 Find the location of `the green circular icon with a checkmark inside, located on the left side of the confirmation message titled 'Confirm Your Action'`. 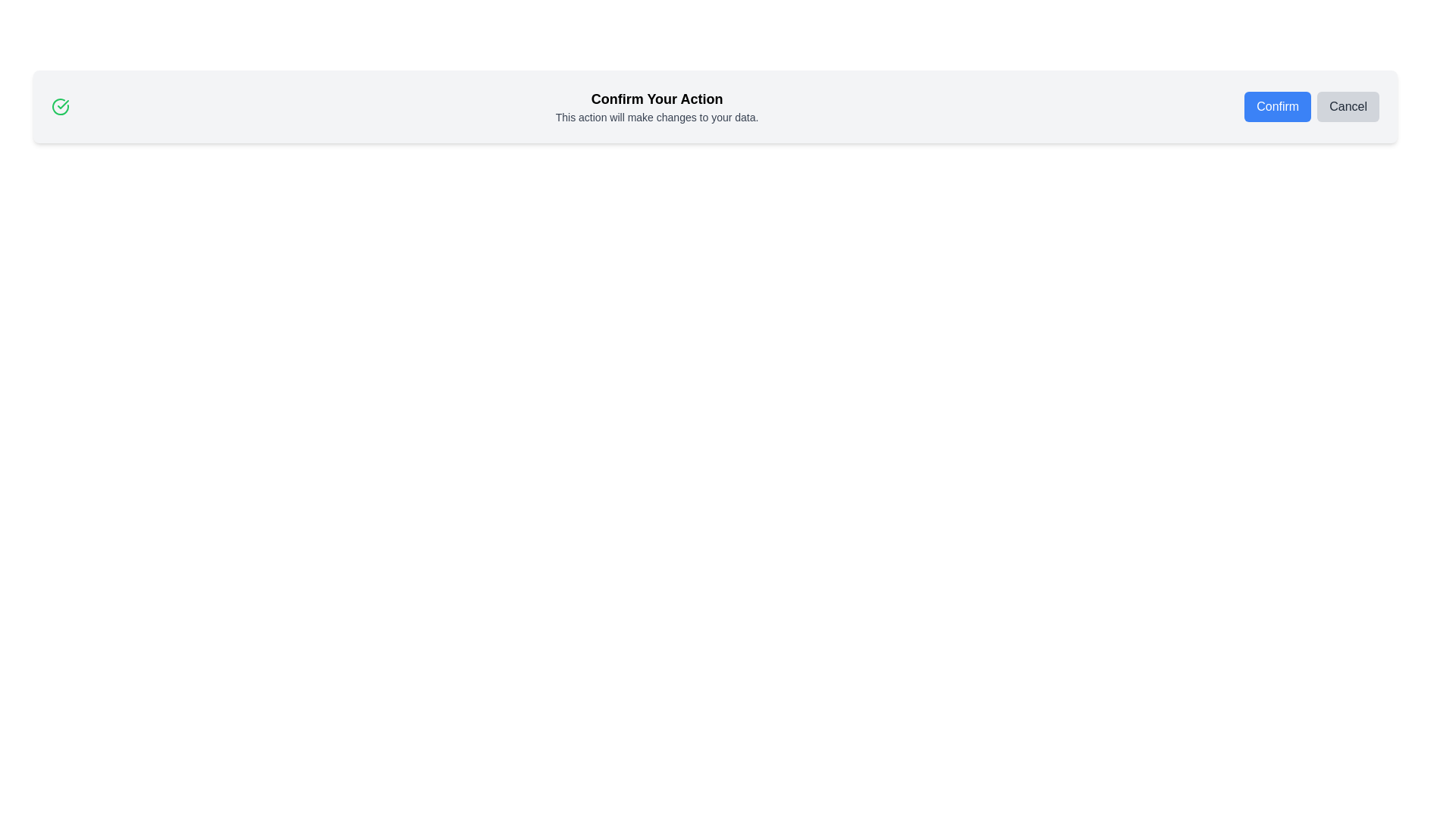

the green circular icon with a checkmark inside, located on the left side of the confirmation message titled 'Confirm Your Action' is located at coordinates (61, 106).